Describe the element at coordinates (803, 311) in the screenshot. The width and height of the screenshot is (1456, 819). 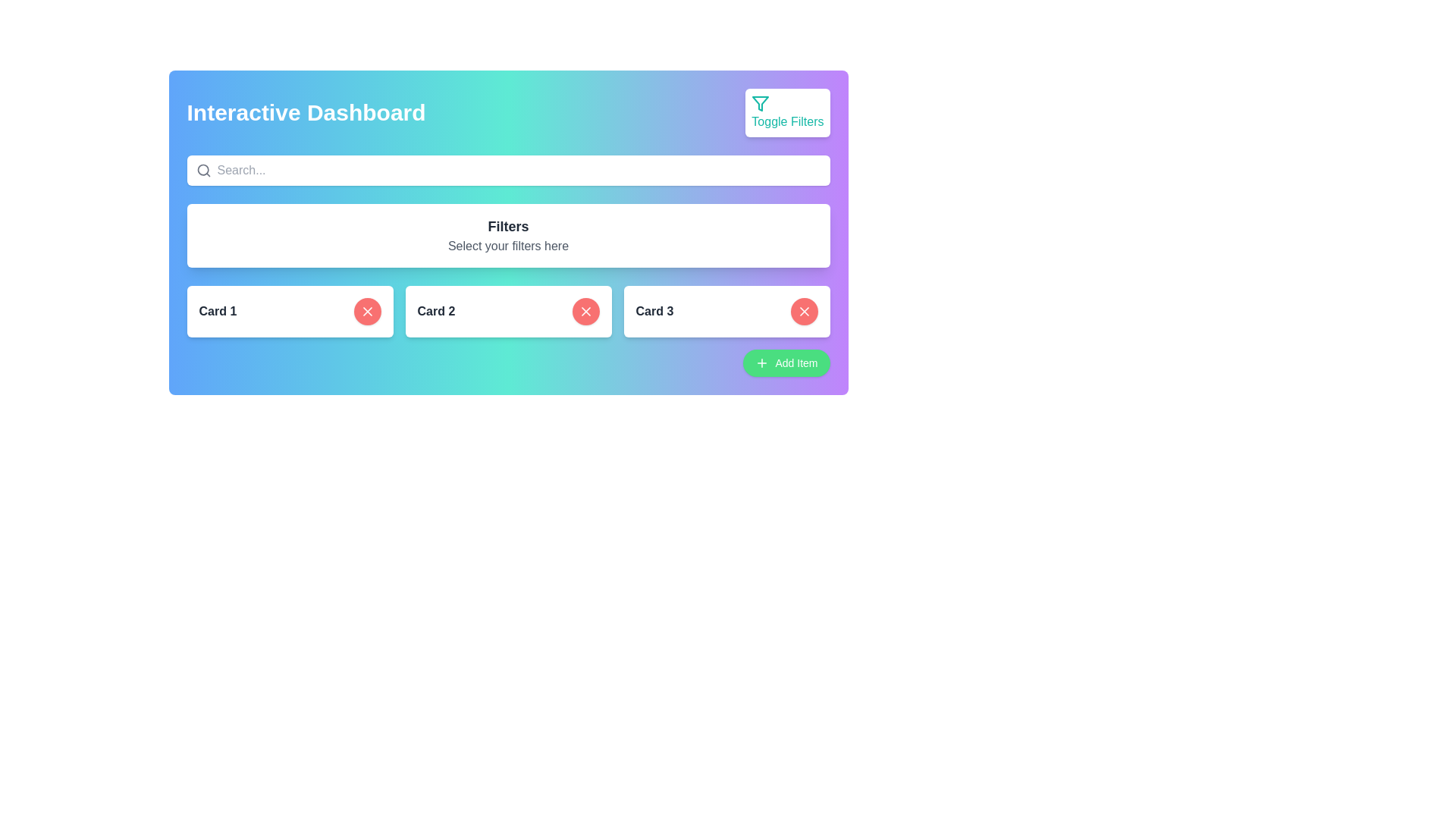
I see `the small 'X' icon button with a red background and white text, located at the top-right corner of 'Card 2'` at that location.